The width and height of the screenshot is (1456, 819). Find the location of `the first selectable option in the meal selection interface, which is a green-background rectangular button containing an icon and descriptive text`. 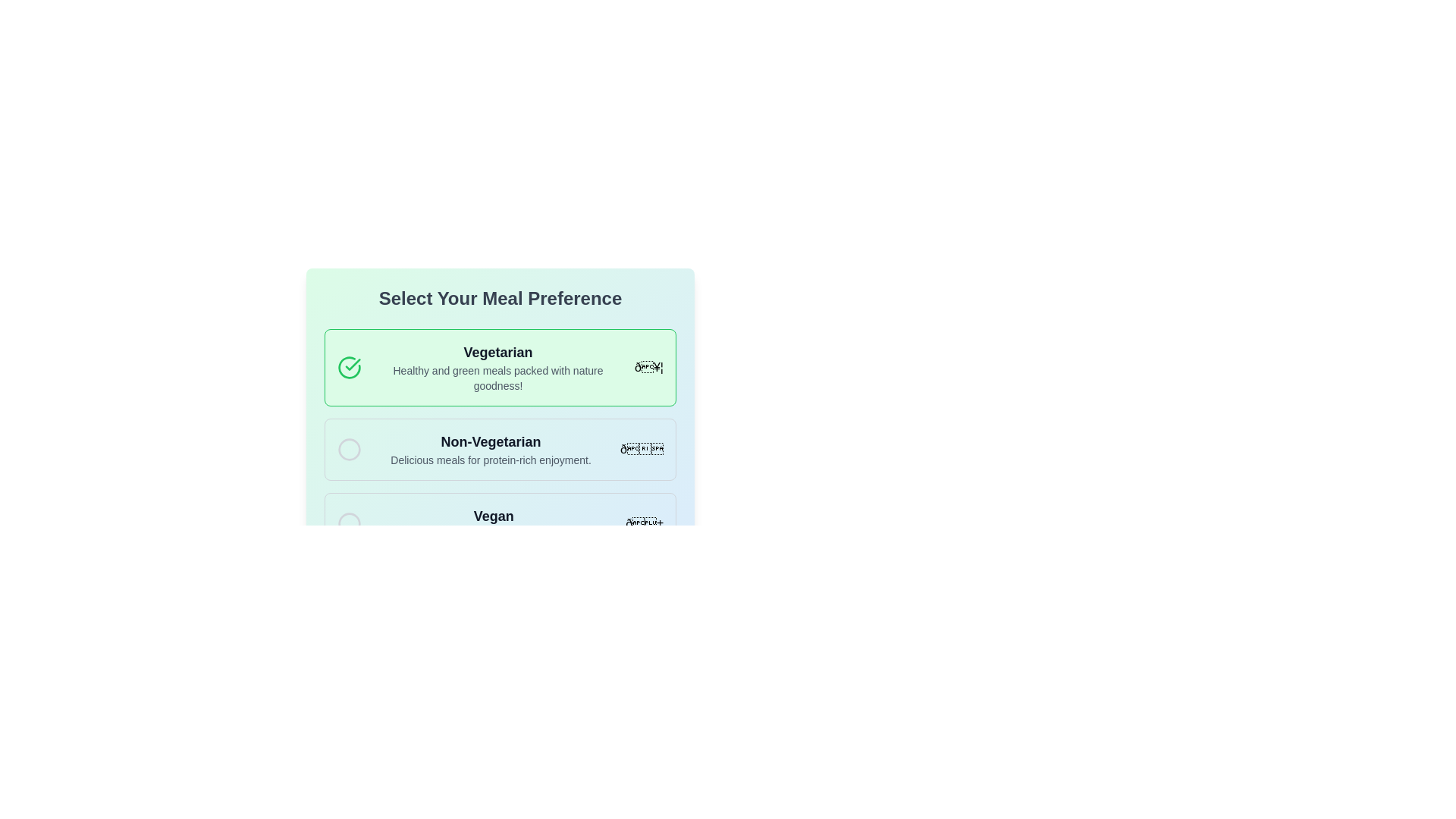

the first selectable option in the meal selection interface, which is a green-background rectangular button containing an icon and descriptive text is located at coordinates (500, 387).